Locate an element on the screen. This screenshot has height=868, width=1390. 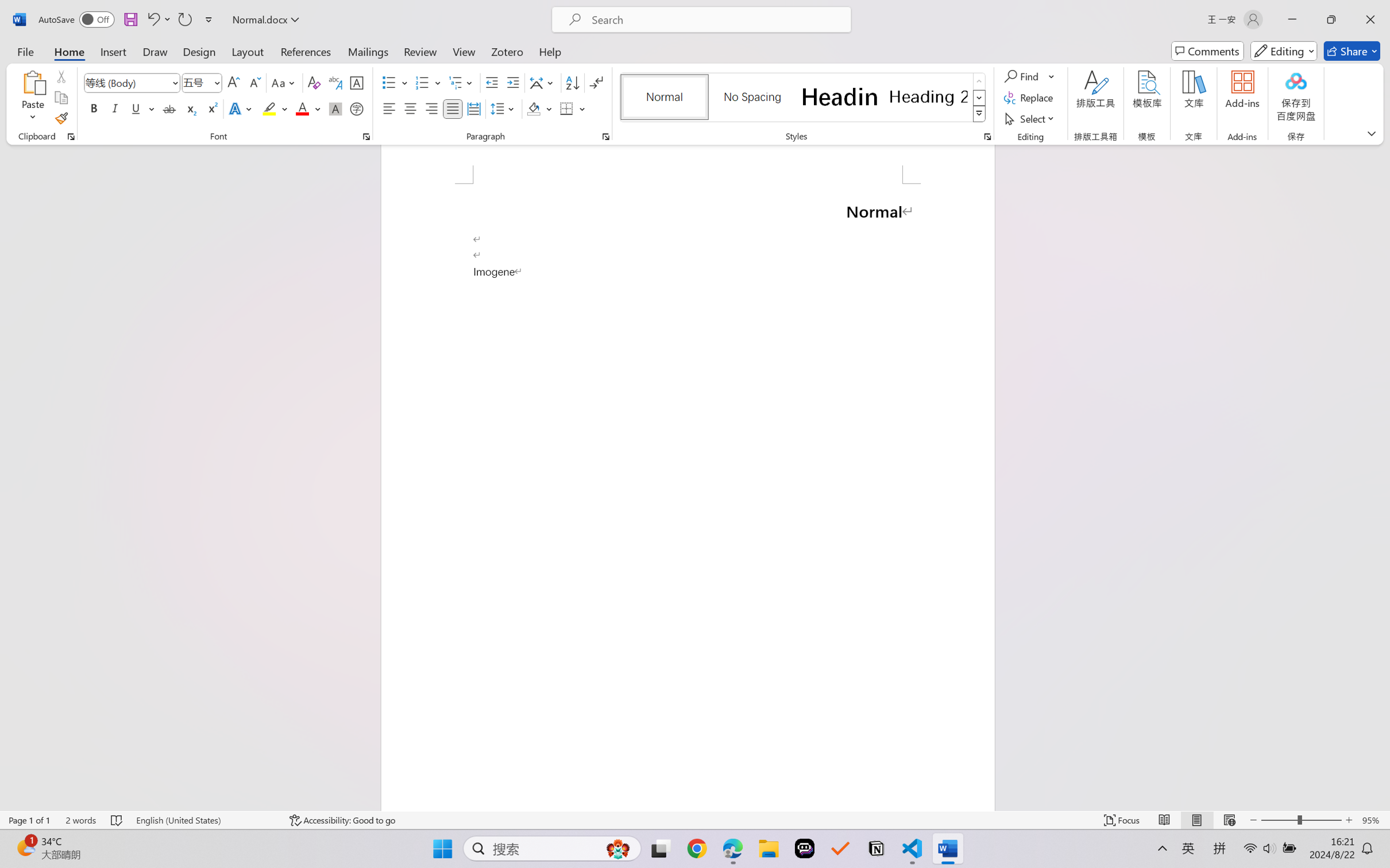
'Text Effects and Typography' is located at coordinates (241, 108).